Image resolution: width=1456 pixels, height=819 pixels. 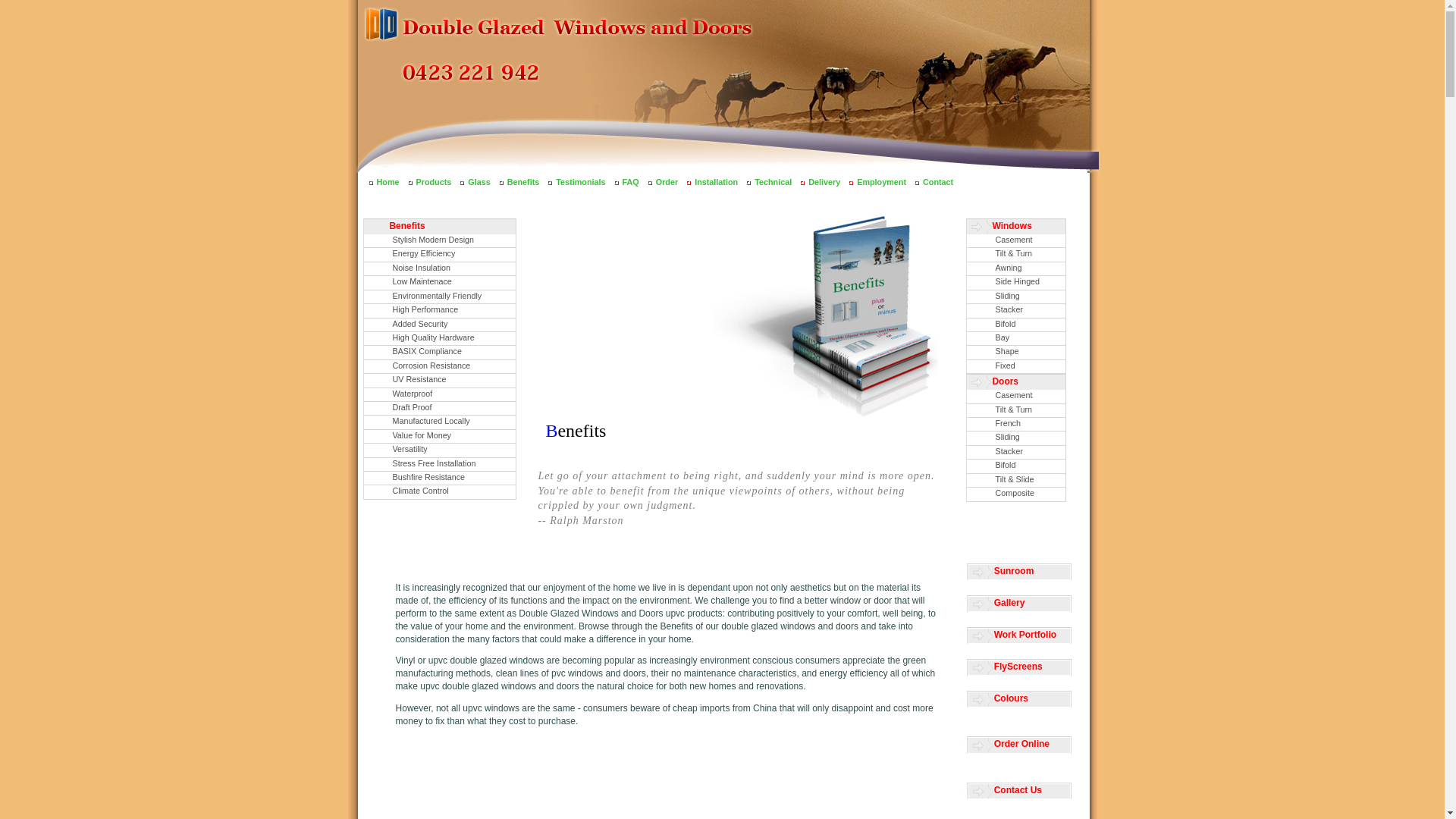 What do you see at coordinates (439, 240) in the screenshot?
I see `'Stylish Modern Design'` at bounding box center [439, 240].